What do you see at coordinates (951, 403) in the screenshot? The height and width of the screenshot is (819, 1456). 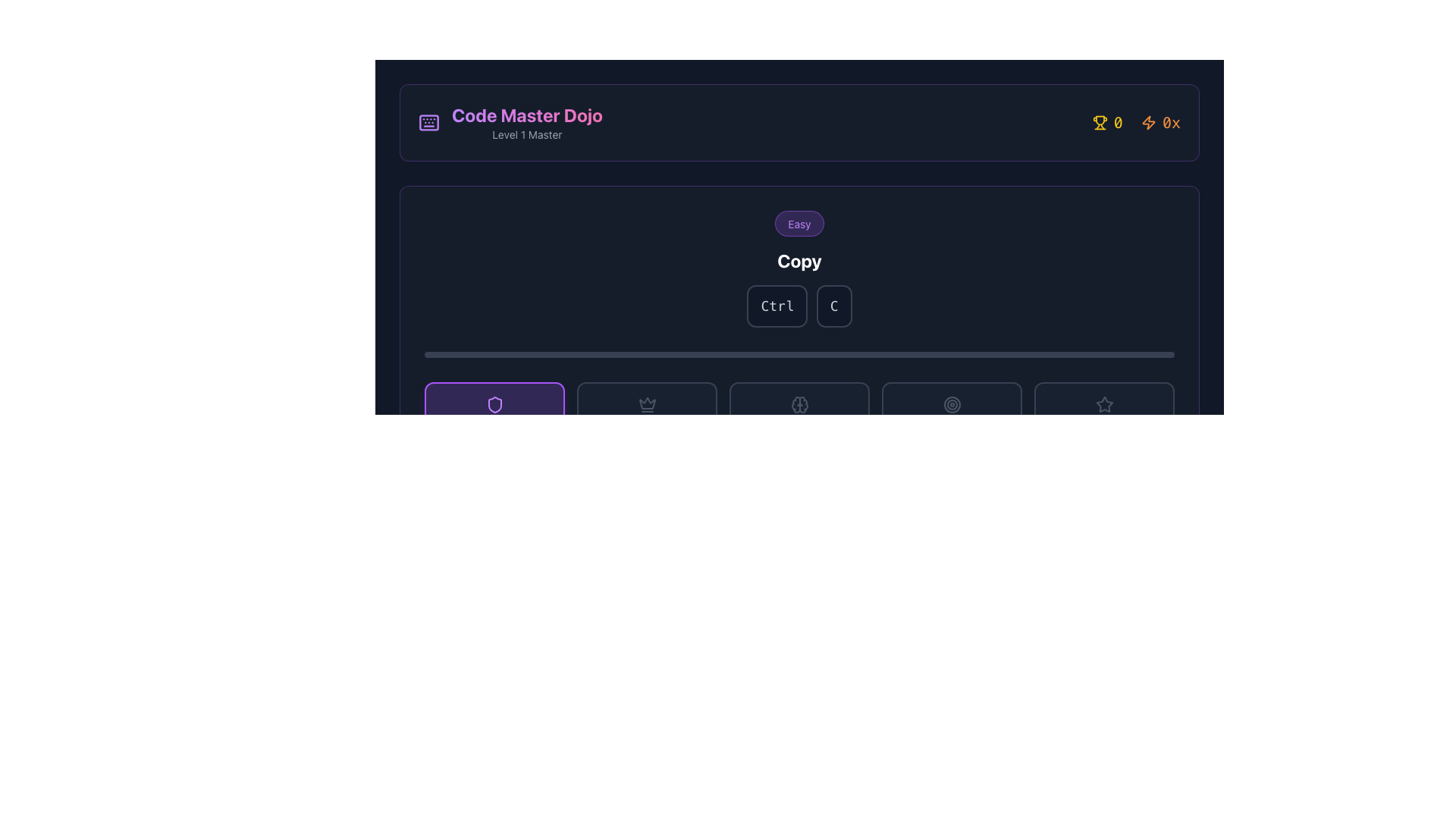 I see `the center of the icon within the button or box component` at bounding box center [951, 403].